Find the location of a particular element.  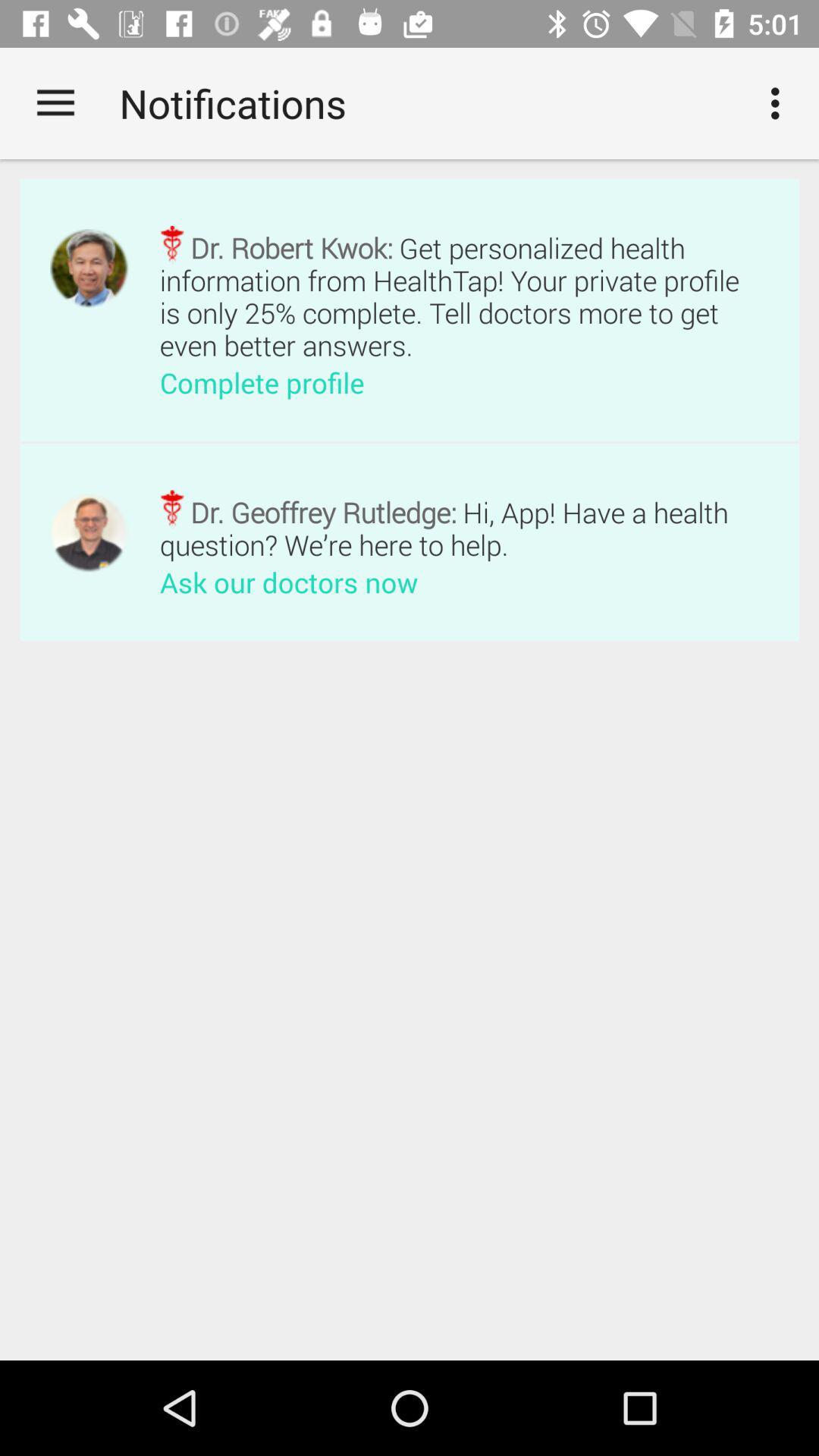

item above the dr robert kwok is located at coordinates (779, 102).